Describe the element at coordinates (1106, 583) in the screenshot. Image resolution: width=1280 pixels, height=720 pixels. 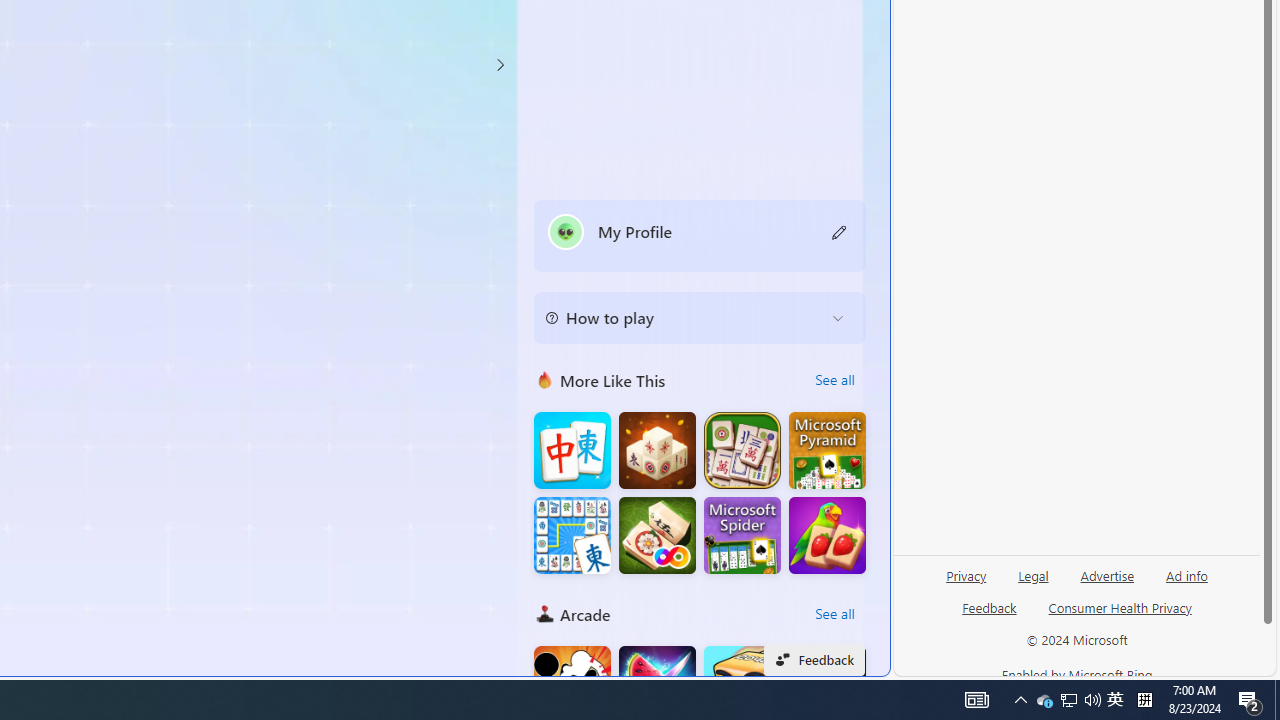
I see `'Advertise'` at that location.